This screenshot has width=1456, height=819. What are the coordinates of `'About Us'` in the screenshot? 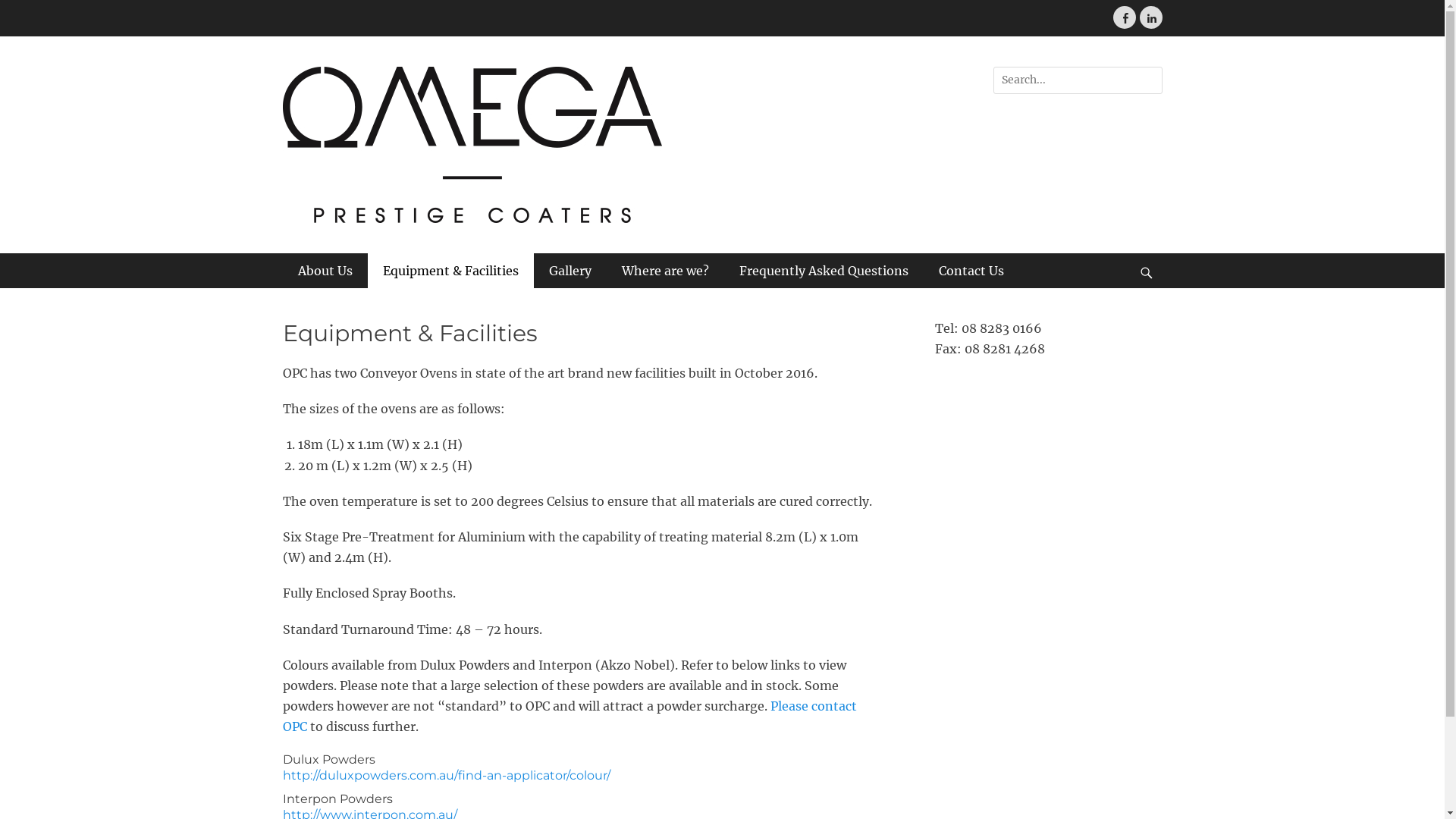 It's located at (323, 270).